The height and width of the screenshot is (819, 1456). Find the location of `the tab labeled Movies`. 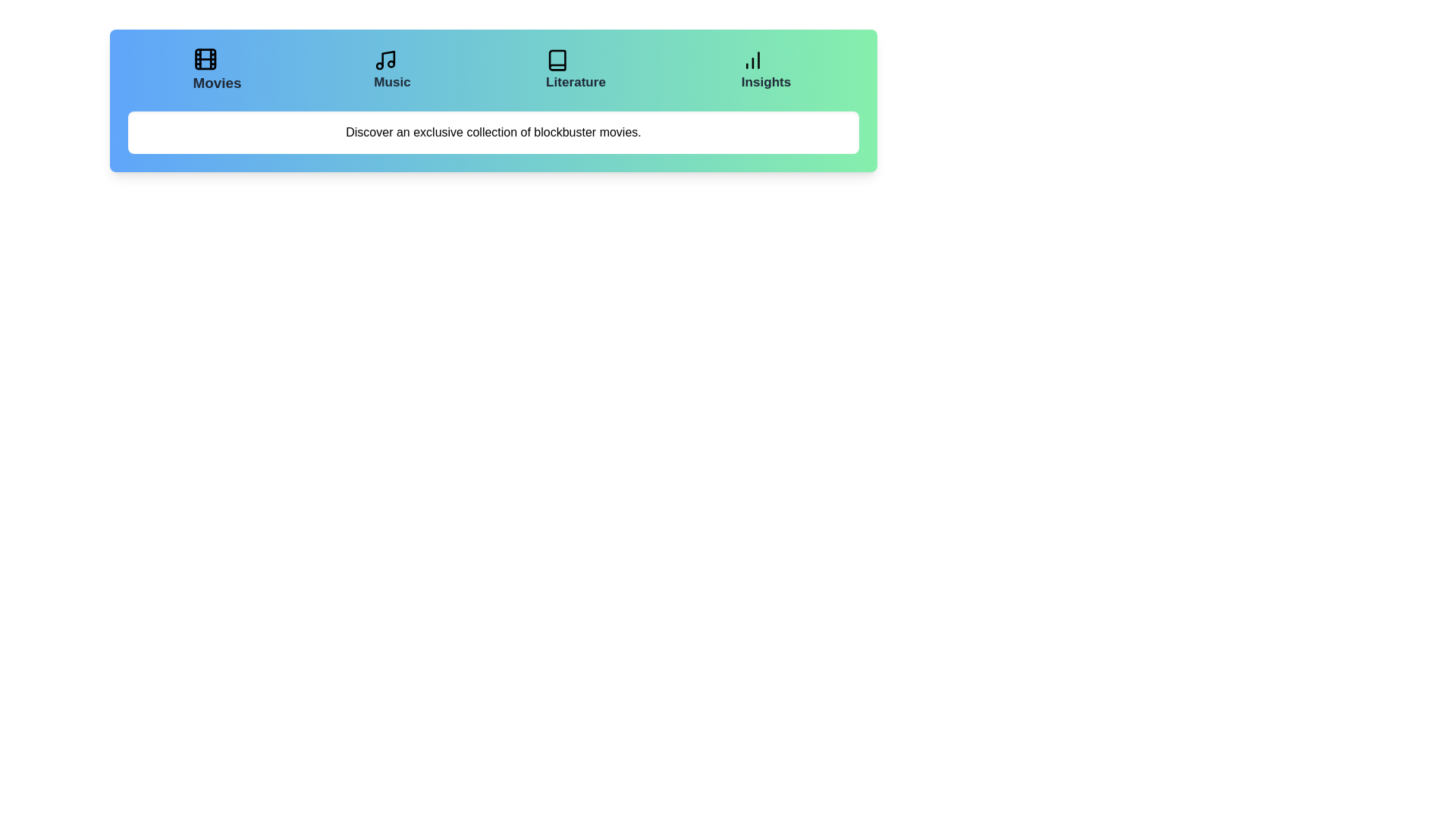

the tab labeled Movies is located at coordinates (217, 70).